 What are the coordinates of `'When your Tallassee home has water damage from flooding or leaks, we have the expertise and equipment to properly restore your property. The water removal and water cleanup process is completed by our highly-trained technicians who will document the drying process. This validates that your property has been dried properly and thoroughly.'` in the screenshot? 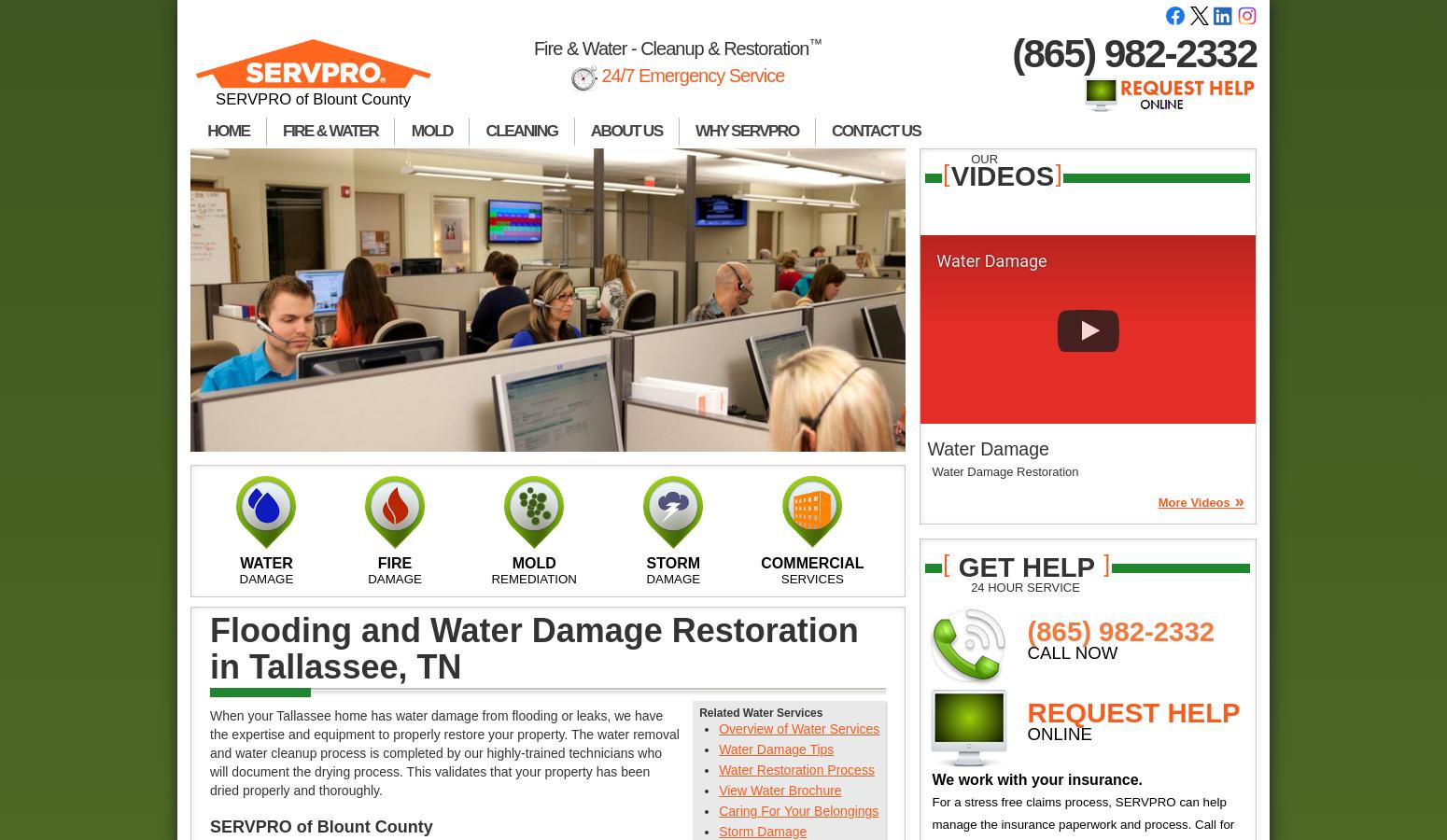 It's located at (443, 753).